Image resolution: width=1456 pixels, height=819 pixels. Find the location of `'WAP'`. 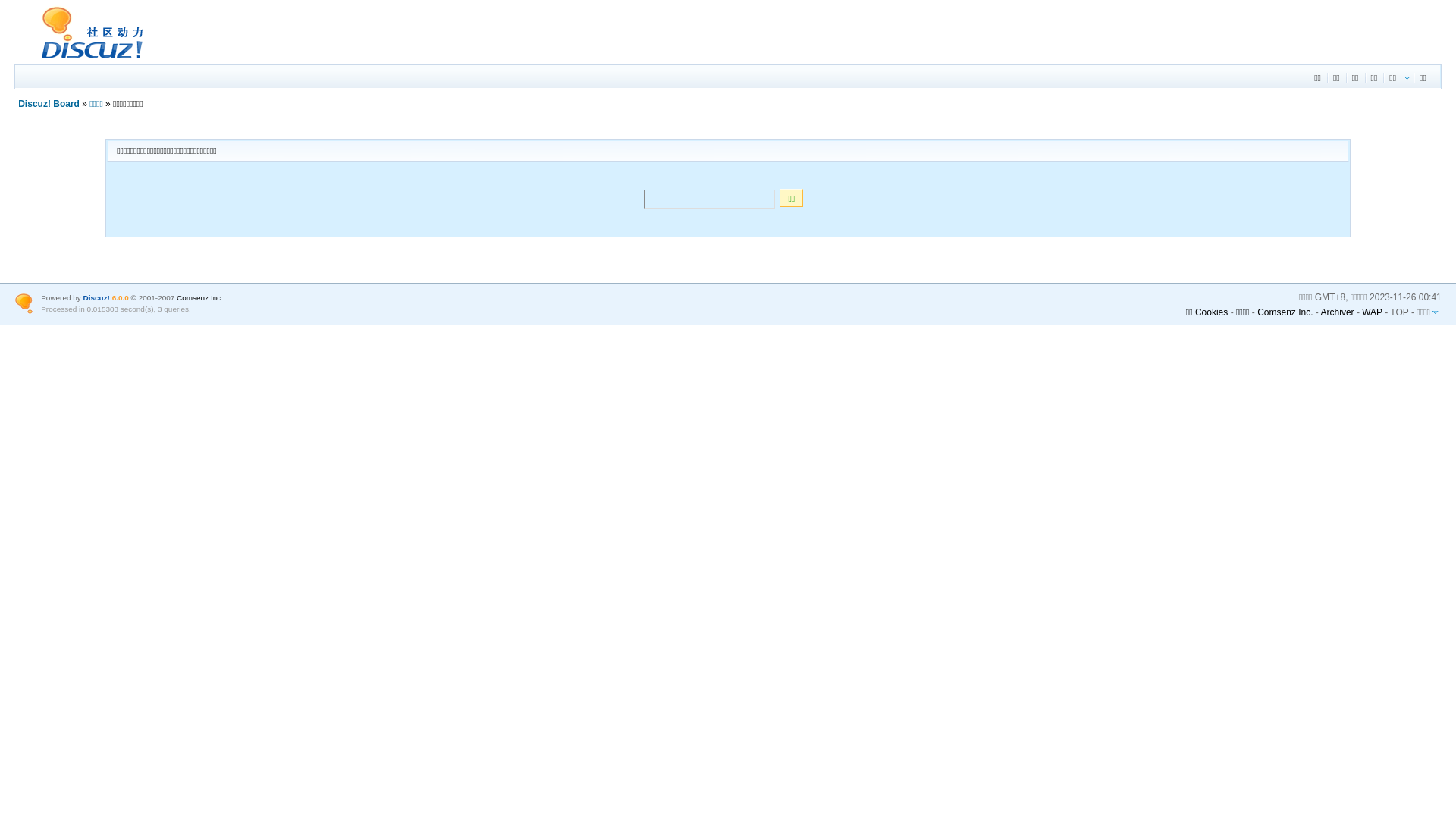

'WAP' is located at coordinates (1372, 312).